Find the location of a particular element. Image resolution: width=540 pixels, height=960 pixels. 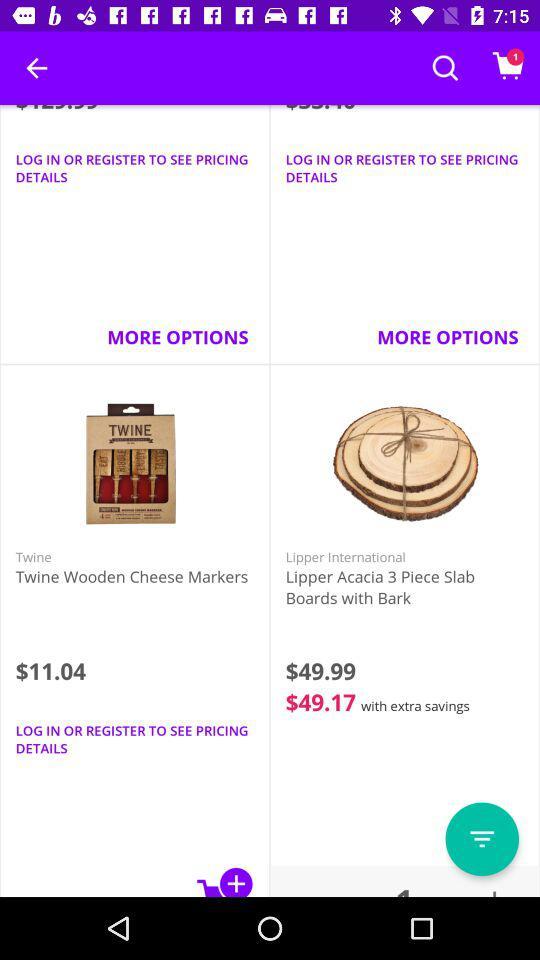

the filter_list icon is located at coordinates (481, 839).